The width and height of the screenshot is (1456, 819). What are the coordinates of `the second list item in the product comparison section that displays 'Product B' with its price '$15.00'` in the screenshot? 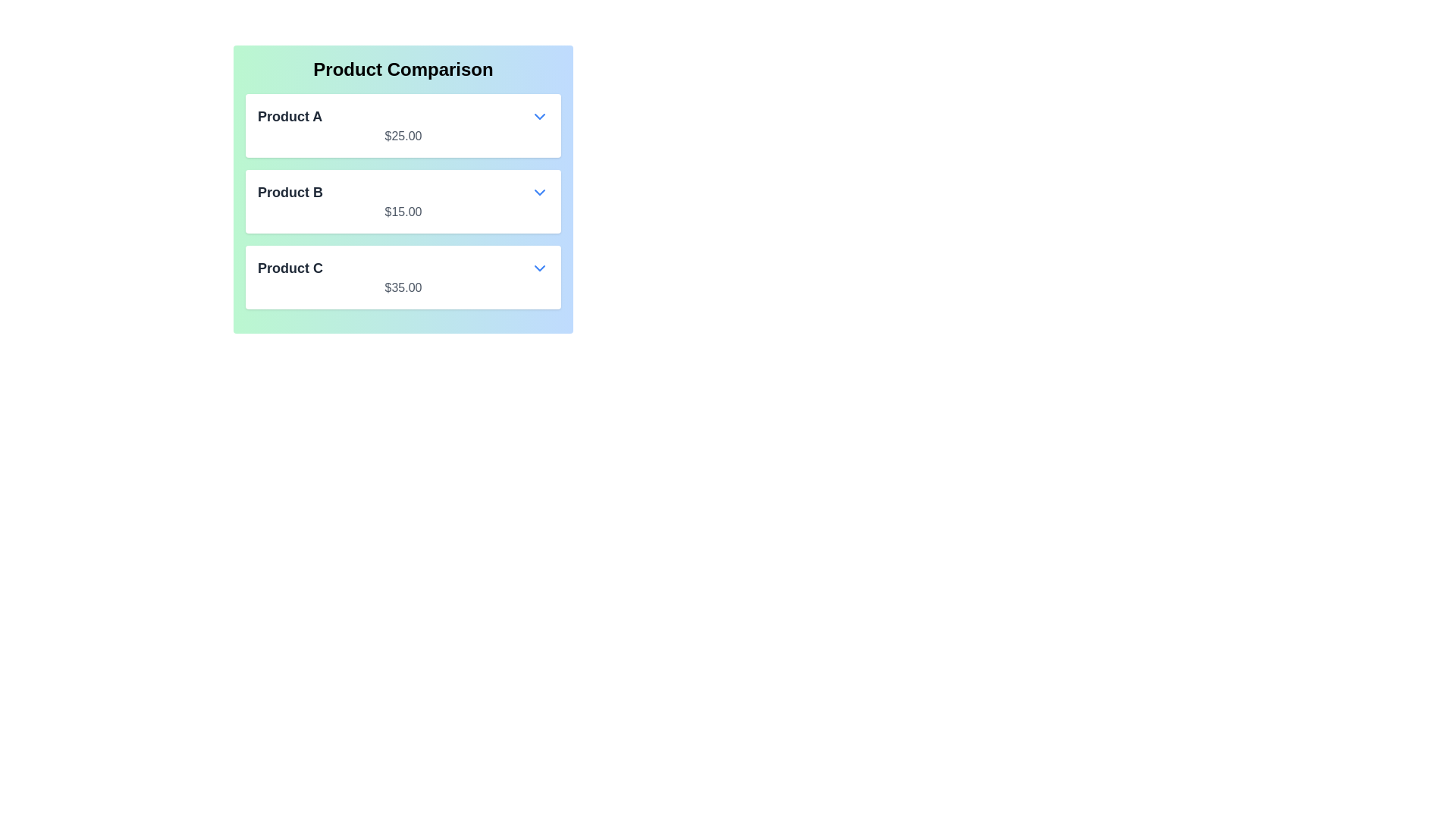 It's located at (403, 189).